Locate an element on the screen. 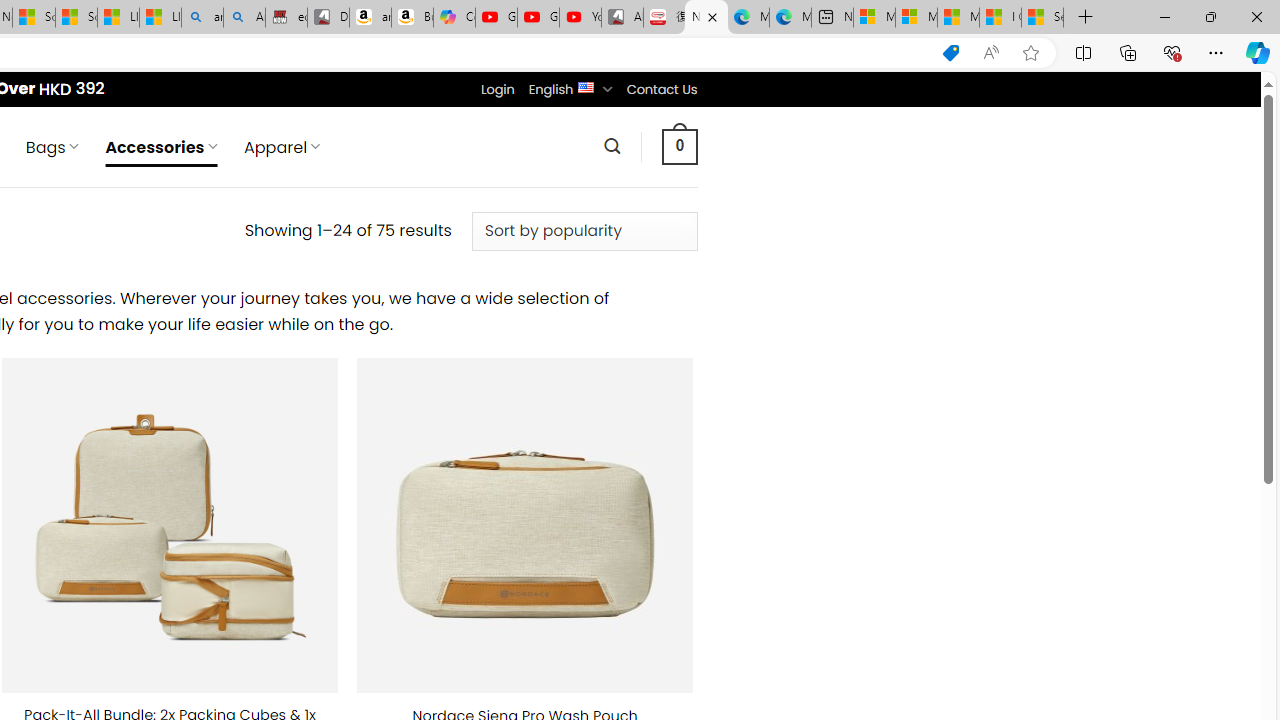 The height and width of the screenshot is (720, 1280). 'Contact Us' is located at coordinates (661, 88).